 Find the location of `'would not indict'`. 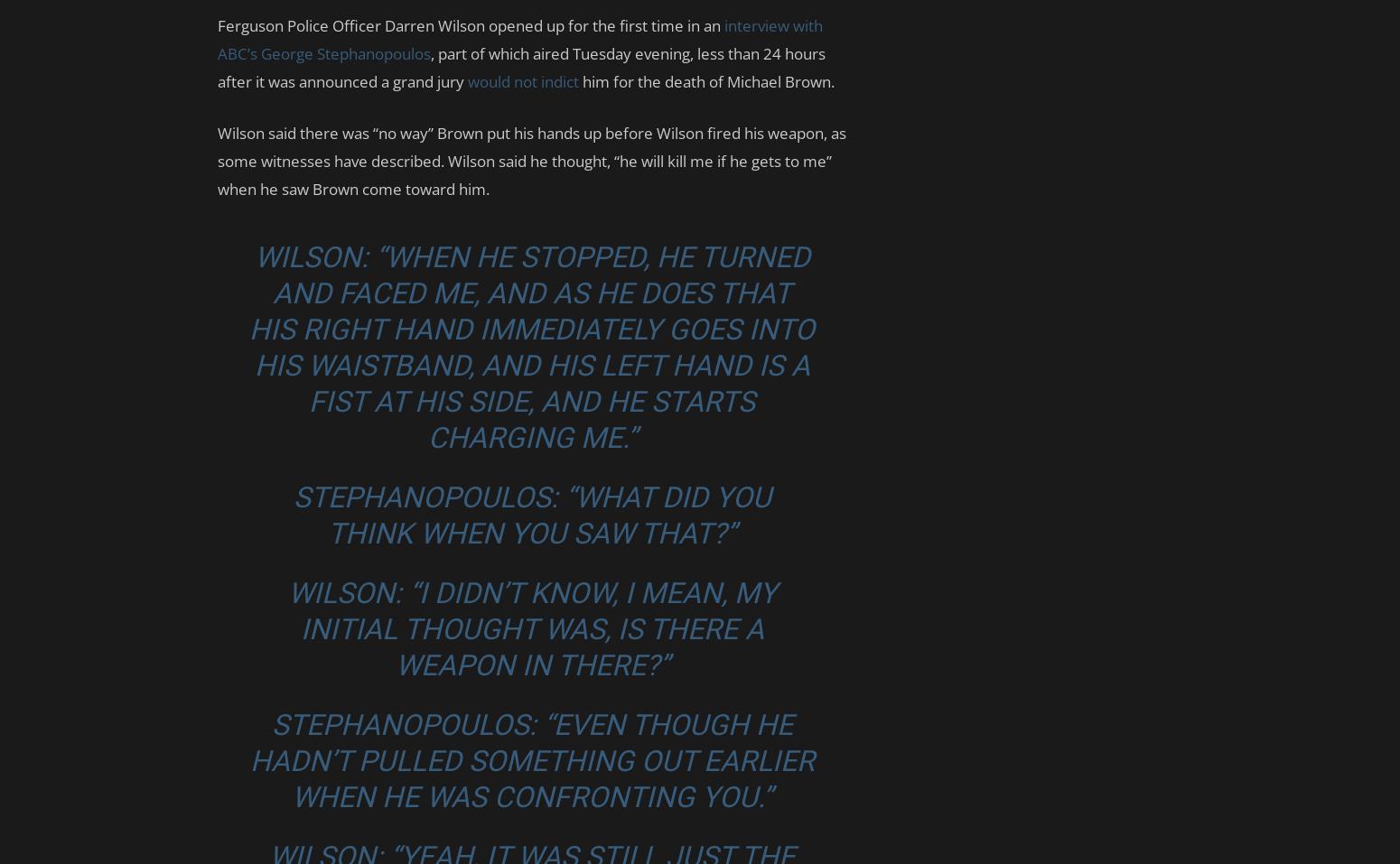

'would not indict' is located at coordinates (523, 80).